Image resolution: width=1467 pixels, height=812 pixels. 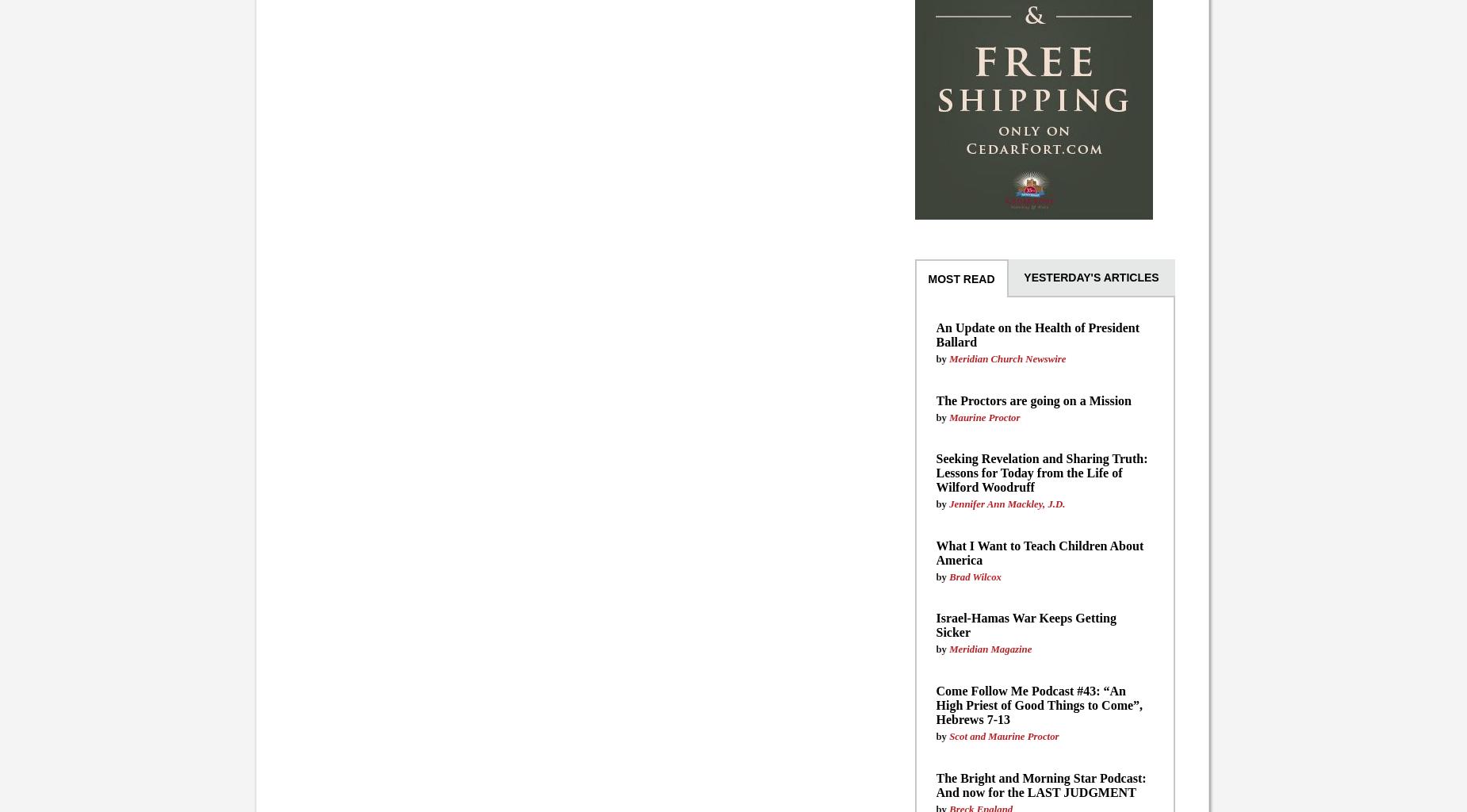 What do you see at coordinates (989, 648) in the screenshot?
I see `'Meridian Magazine'` at bounding box center [989, 648].